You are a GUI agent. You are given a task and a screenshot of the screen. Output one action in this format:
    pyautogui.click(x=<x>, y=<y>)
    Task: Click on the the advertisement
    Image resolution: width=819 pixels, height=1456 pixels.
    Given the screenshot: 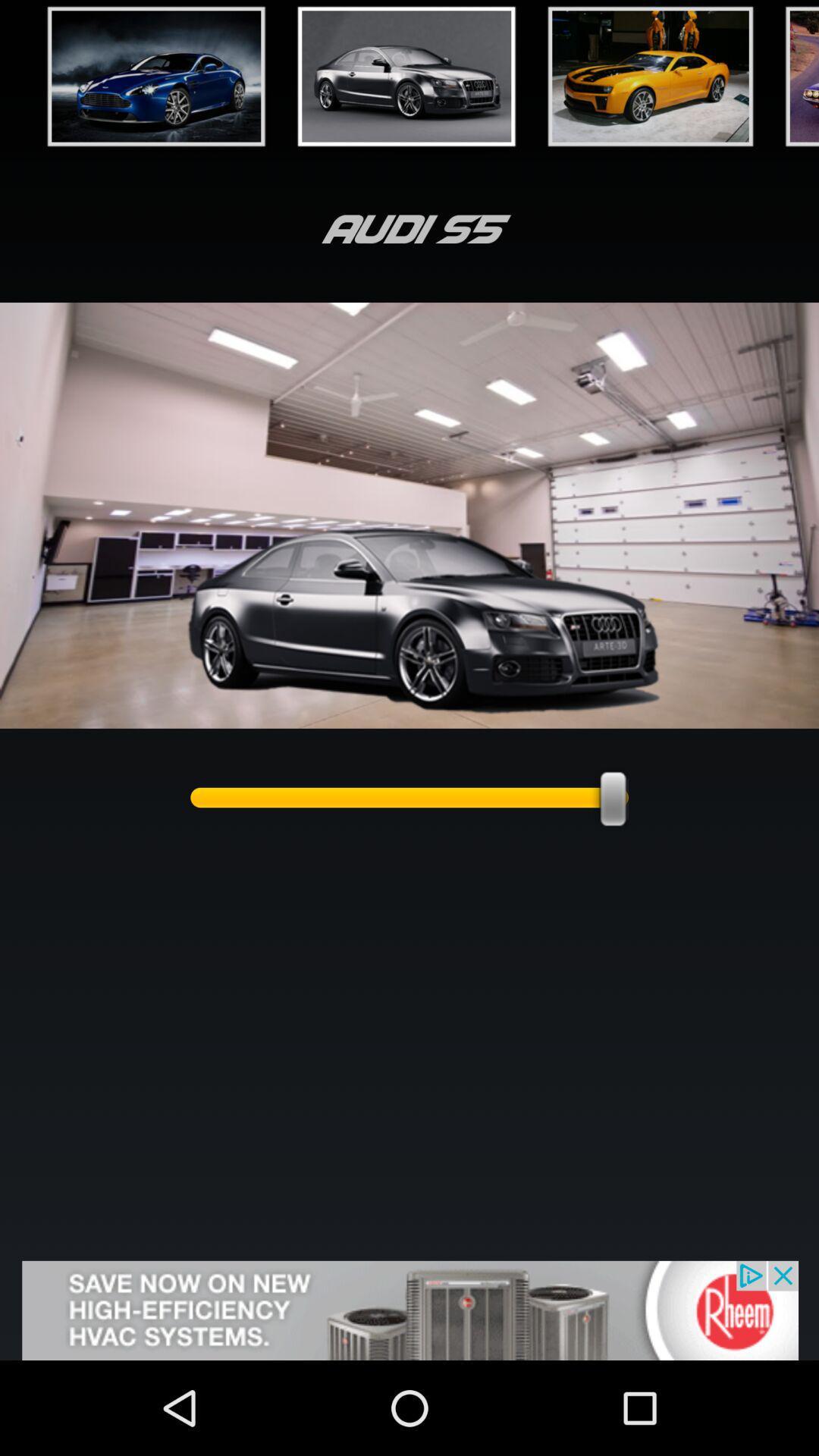 What is the action you would take?
    pyautogui.click(x=409, y=1310)
    